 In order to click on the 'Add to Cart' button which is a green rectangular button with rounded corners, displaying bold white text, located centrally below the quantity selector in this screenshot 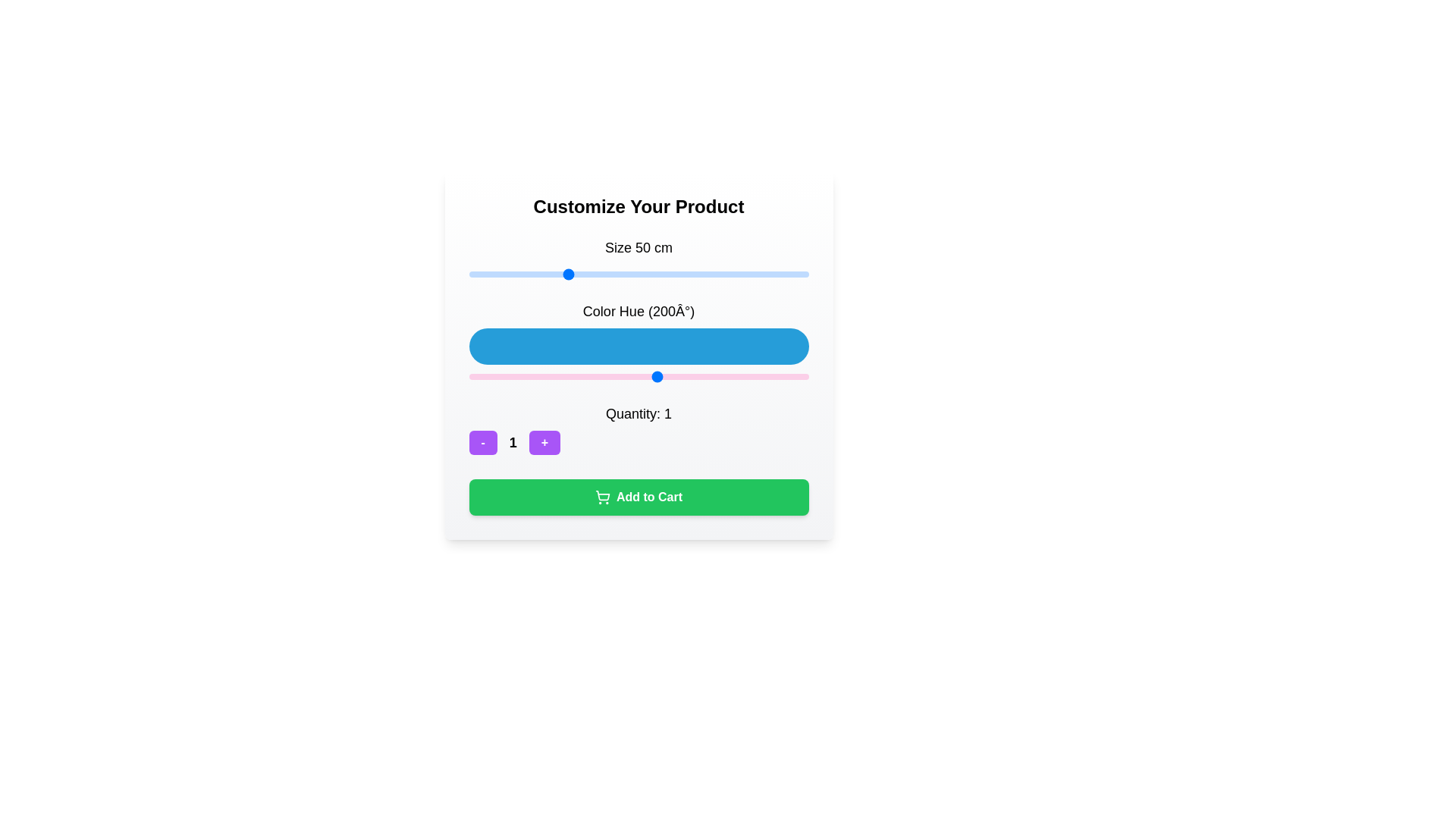, I will do `click(649, 497)`.